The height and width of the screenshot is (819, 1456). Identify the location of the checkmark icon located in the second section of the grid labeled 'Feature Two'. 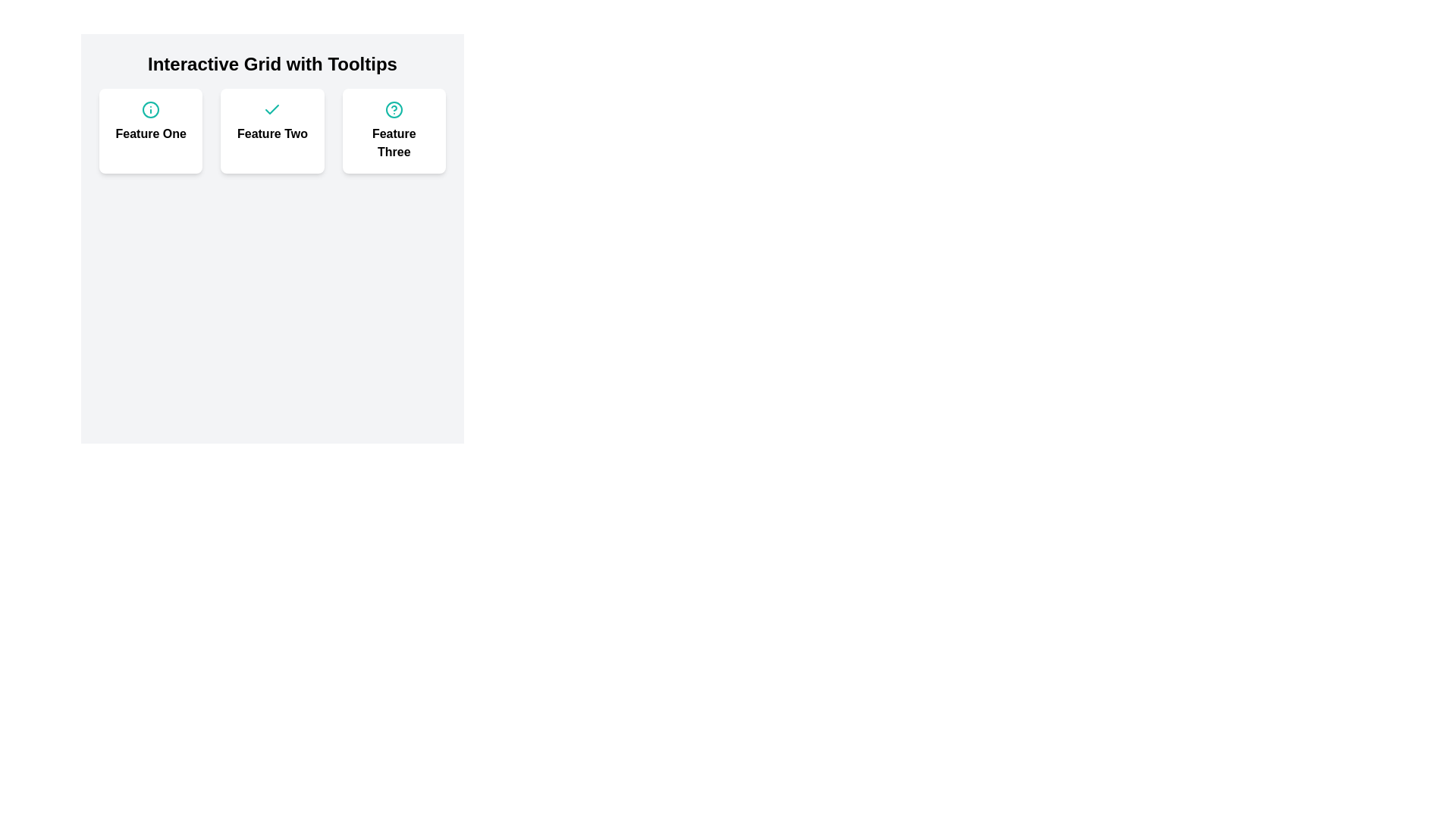
(272, 108).